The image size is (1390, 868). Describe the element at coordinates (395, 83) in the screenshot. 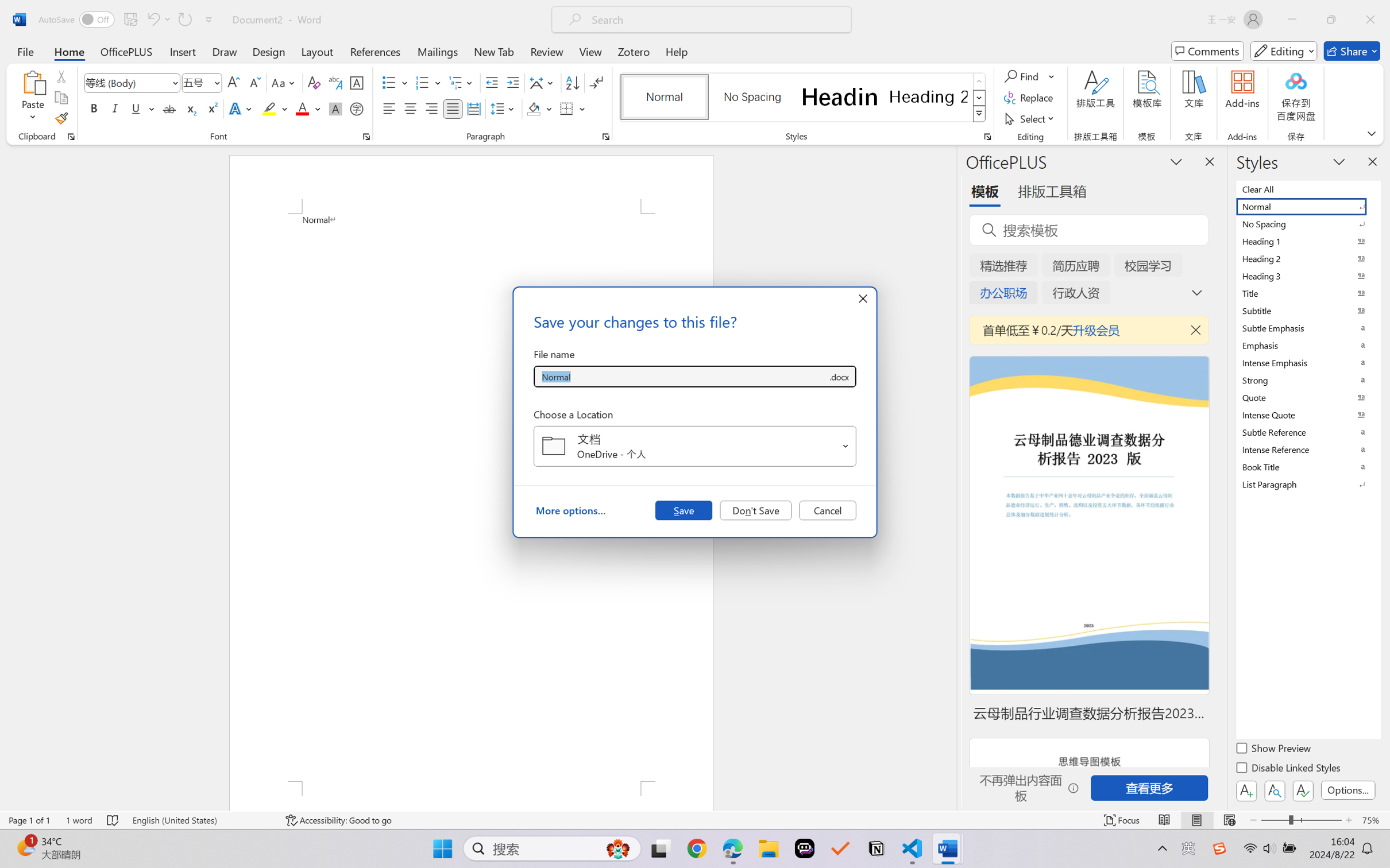

I see `'Bullets'` at that location.